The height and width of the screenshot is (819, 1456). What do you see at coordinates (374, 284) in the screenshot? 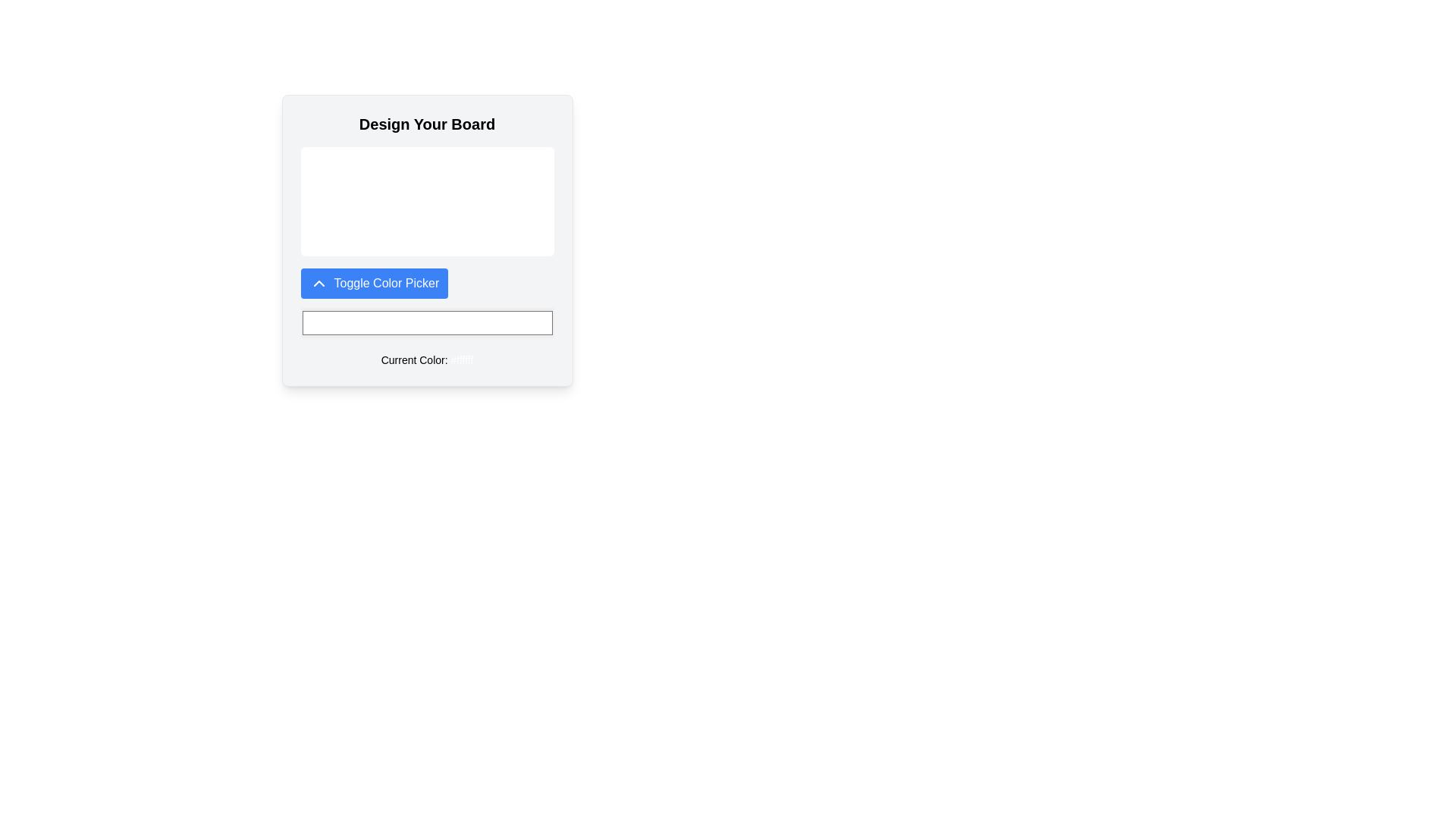
I see `the toggle button positioned above the color picker input field` at bounding box center [374, 284].